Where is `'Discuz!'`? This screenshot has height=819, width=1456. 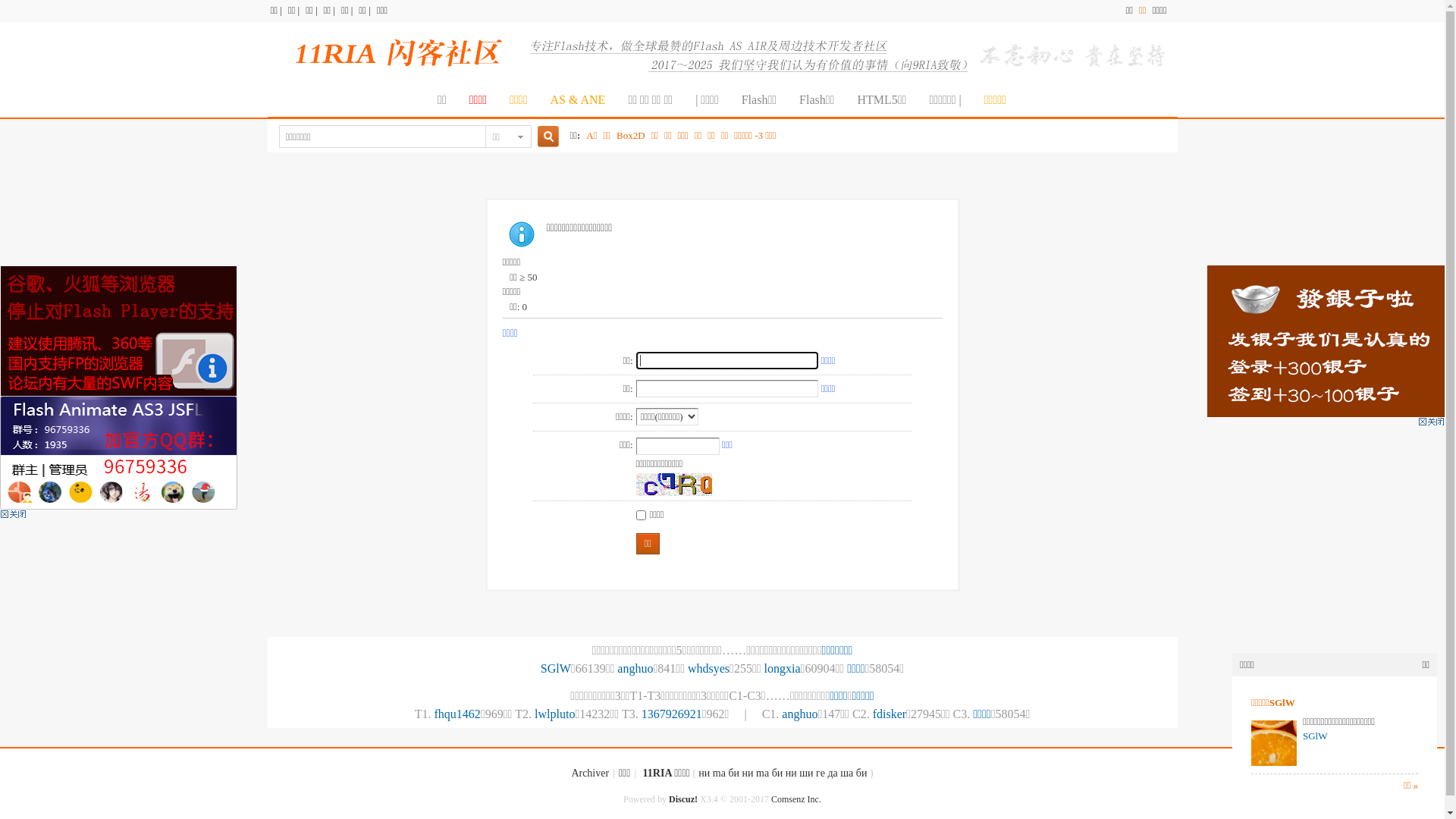 'Discuz!' is located at coordinates (682, 798).